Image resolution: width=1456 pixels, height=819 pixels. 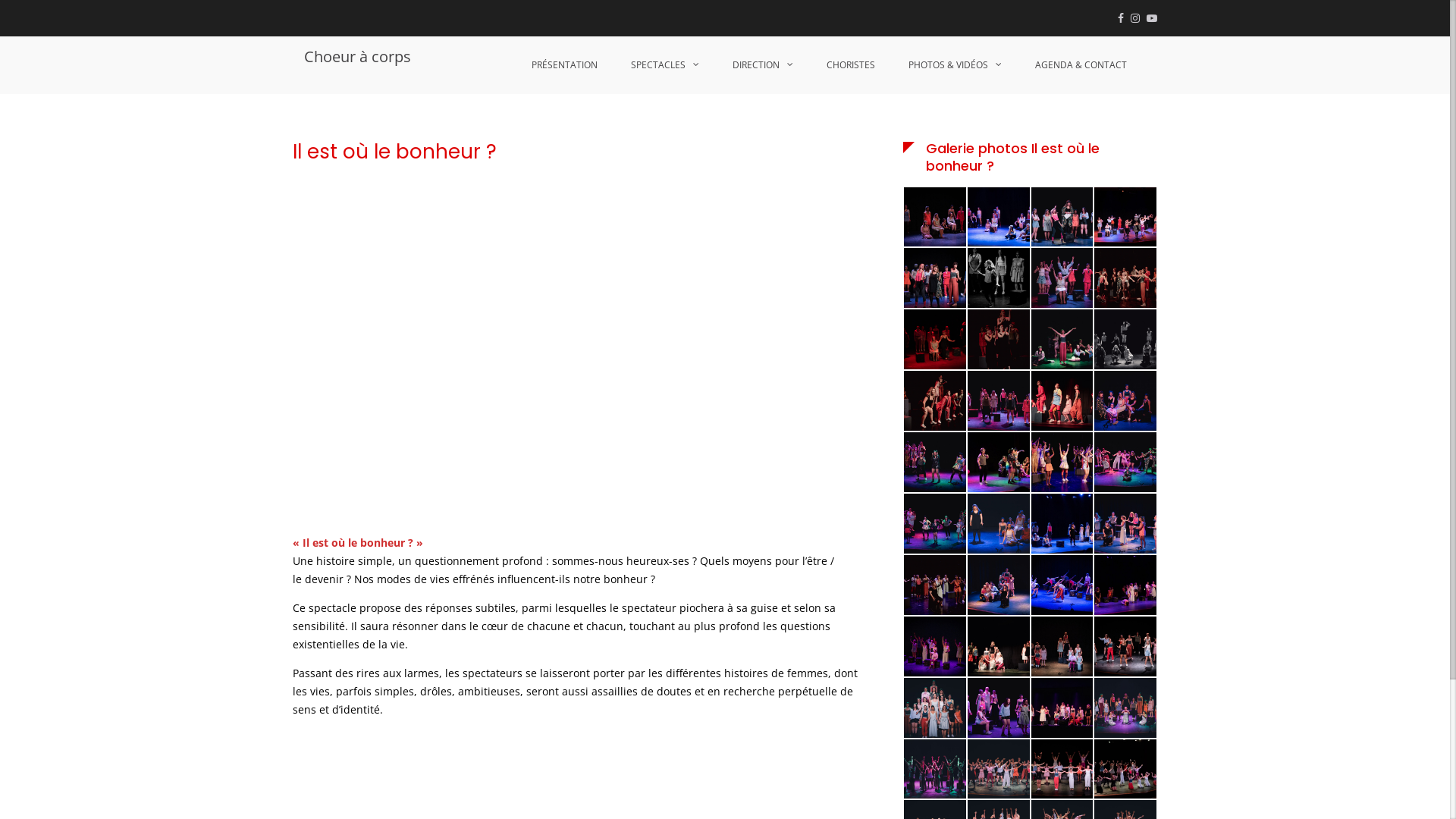 What do you see at coordinates (1117, 17) in the screenshot?
I see `'Facebook'` at bounding box center [1117, 17].